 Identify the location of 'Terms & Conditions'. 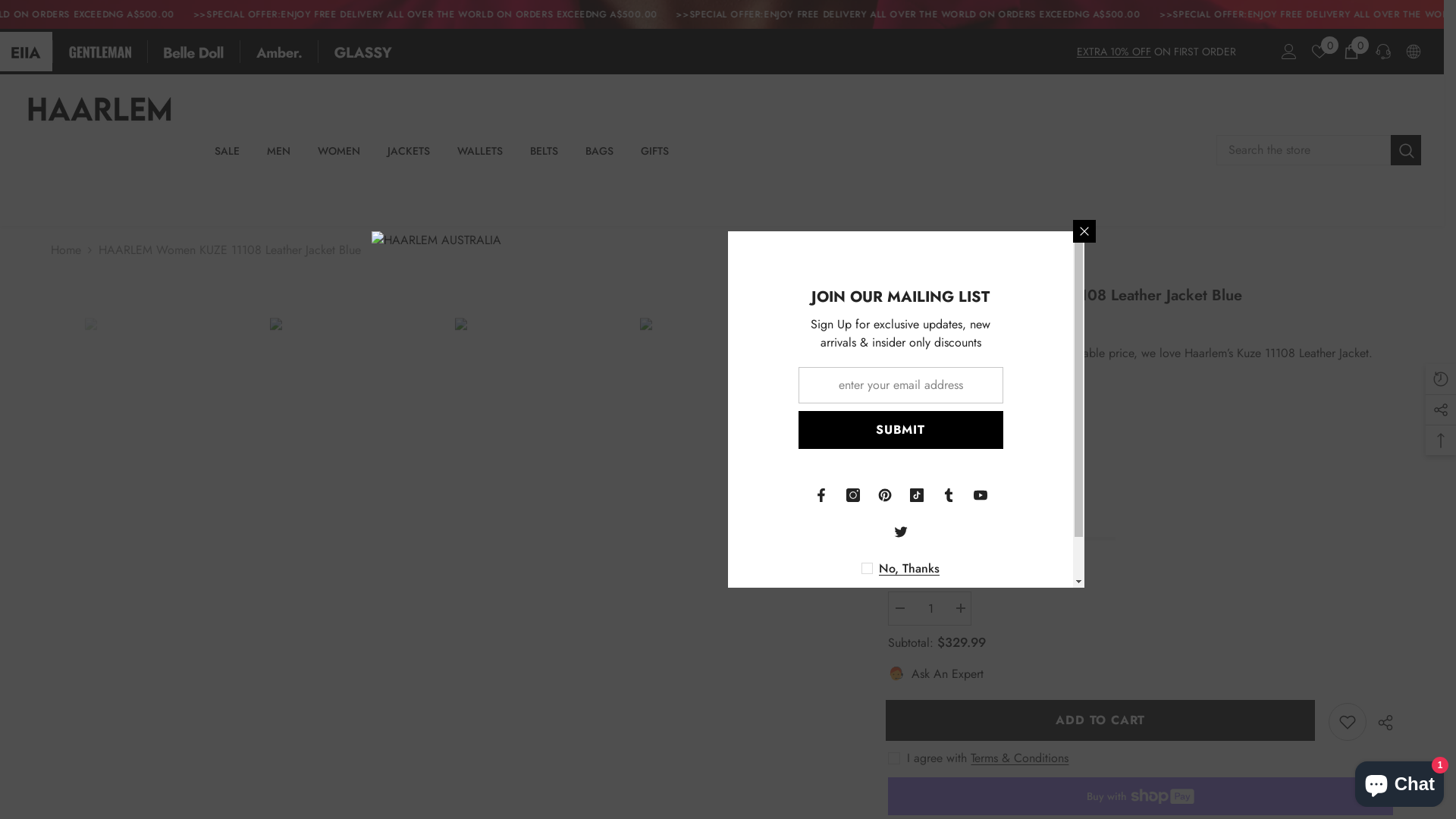
(1019, 758).